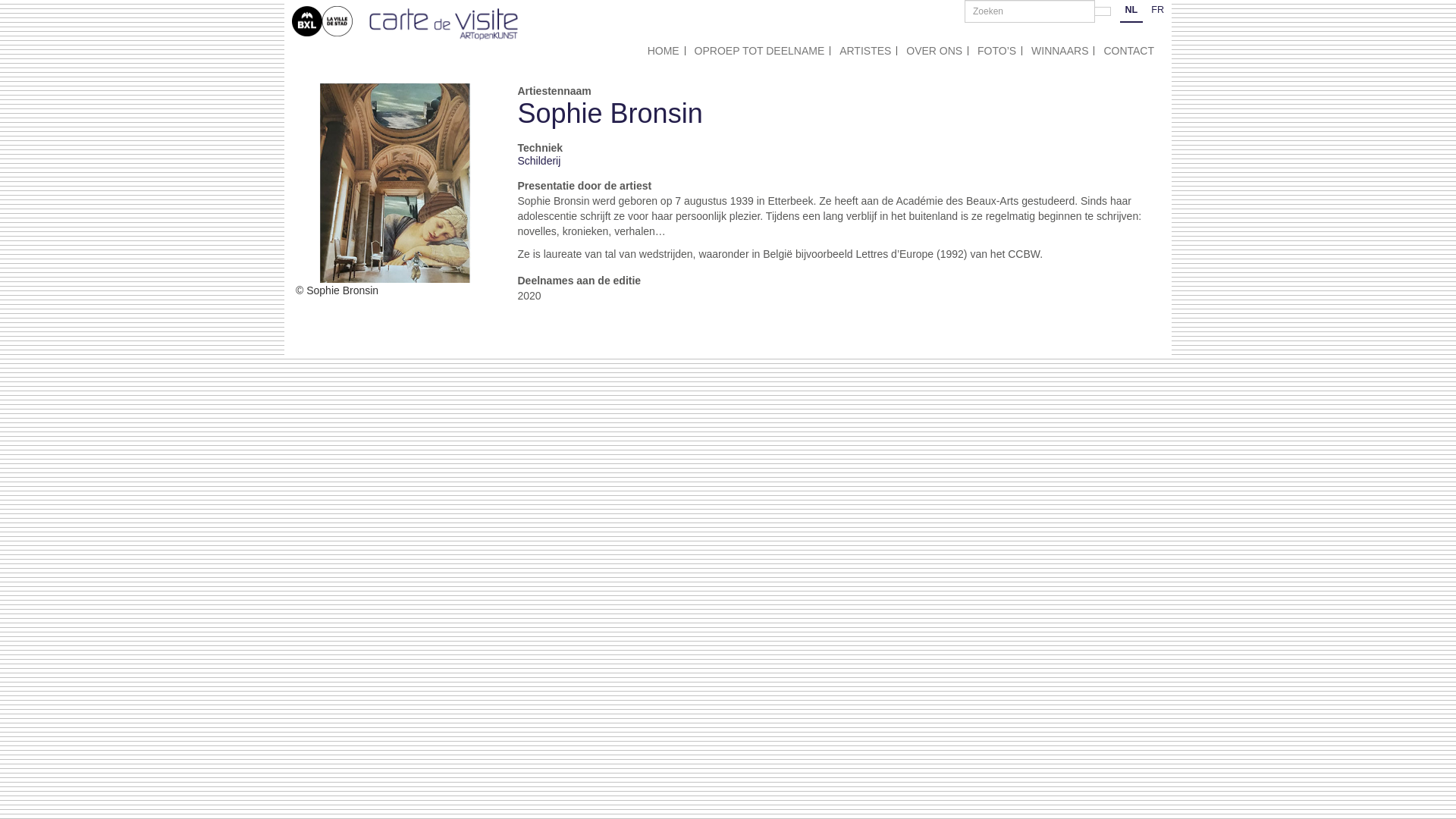 This screenshot has height=819, width=1456. What do you see at coordinates (865, 49) in the screenshot?
I see `'ARTISTES'` at bounding box center [865, 49].